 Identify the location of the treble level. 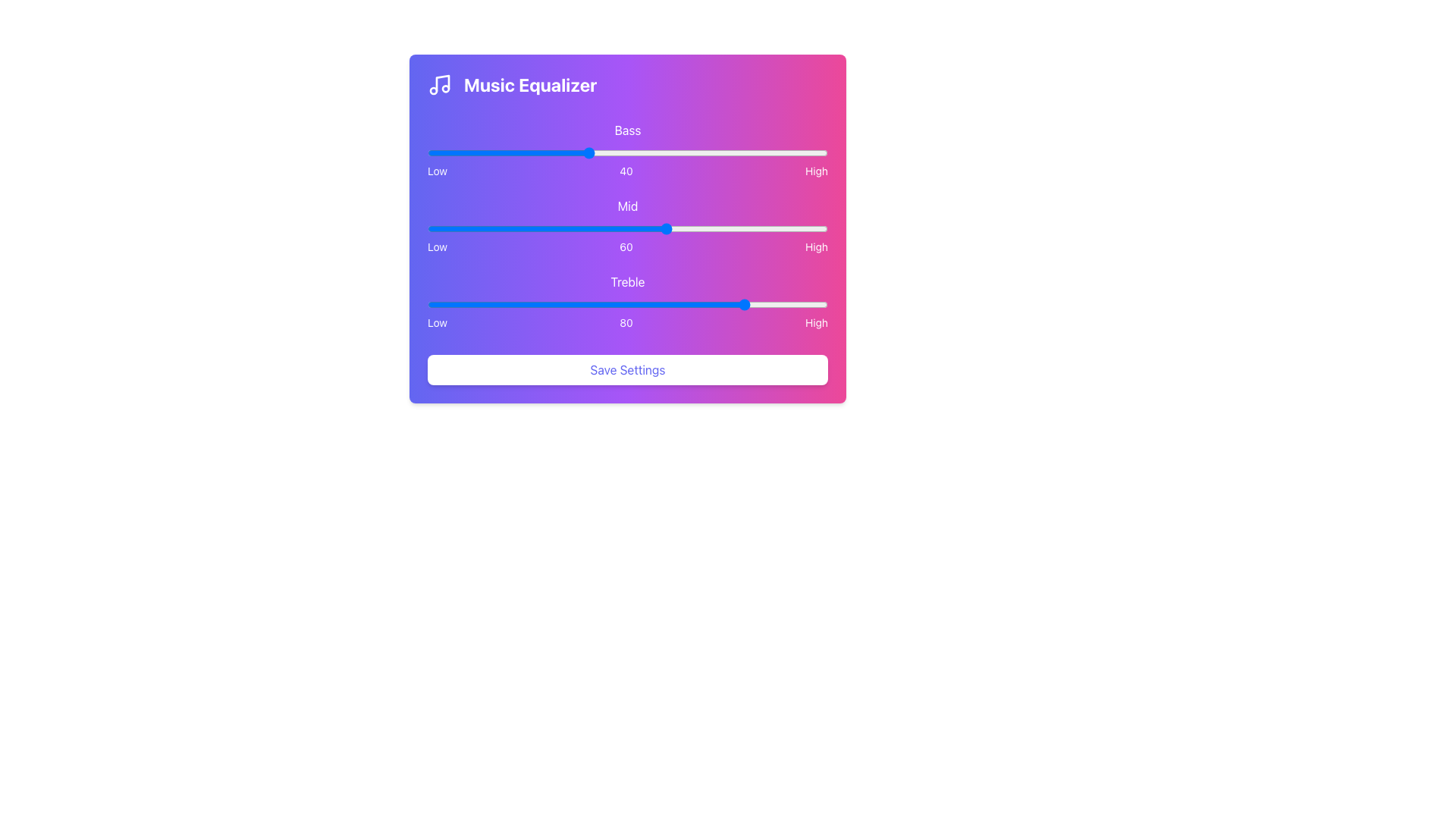
(703, 304).